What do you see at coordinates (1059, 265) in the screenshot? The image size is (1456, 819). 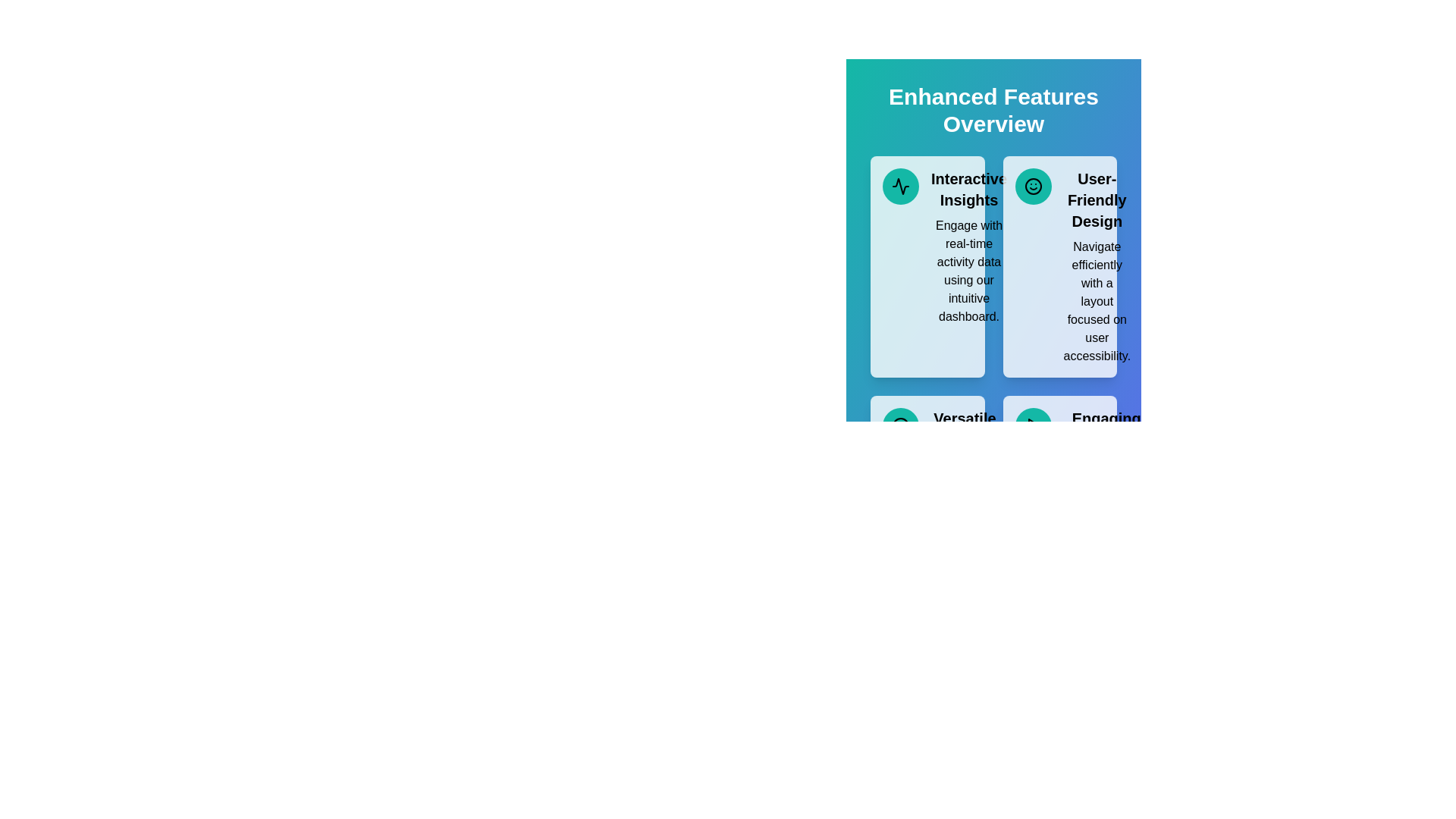 I see `the Informational Card that presents information about 'User-Friendly Design', located in the right column of the two-column grid, second row, adjacent to 'Interactive Insights' and above 'Engaging Interactions'` at bounding box center [1059, 265].